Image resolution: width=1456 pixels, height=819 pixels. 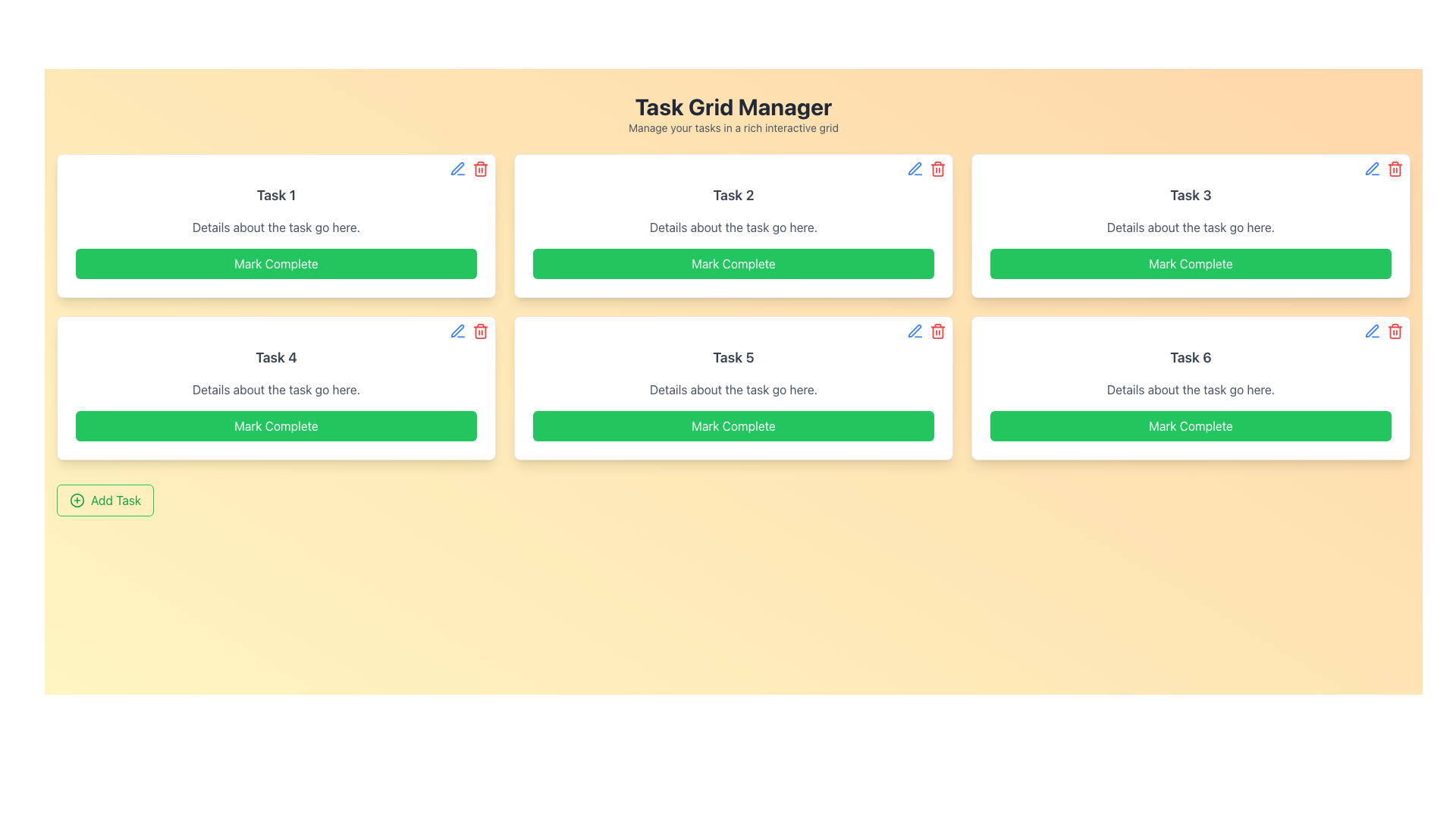 I want to click on the static text label displaying 'Task 1' located in the upper section of the first task card, so click(x=276, y=195).